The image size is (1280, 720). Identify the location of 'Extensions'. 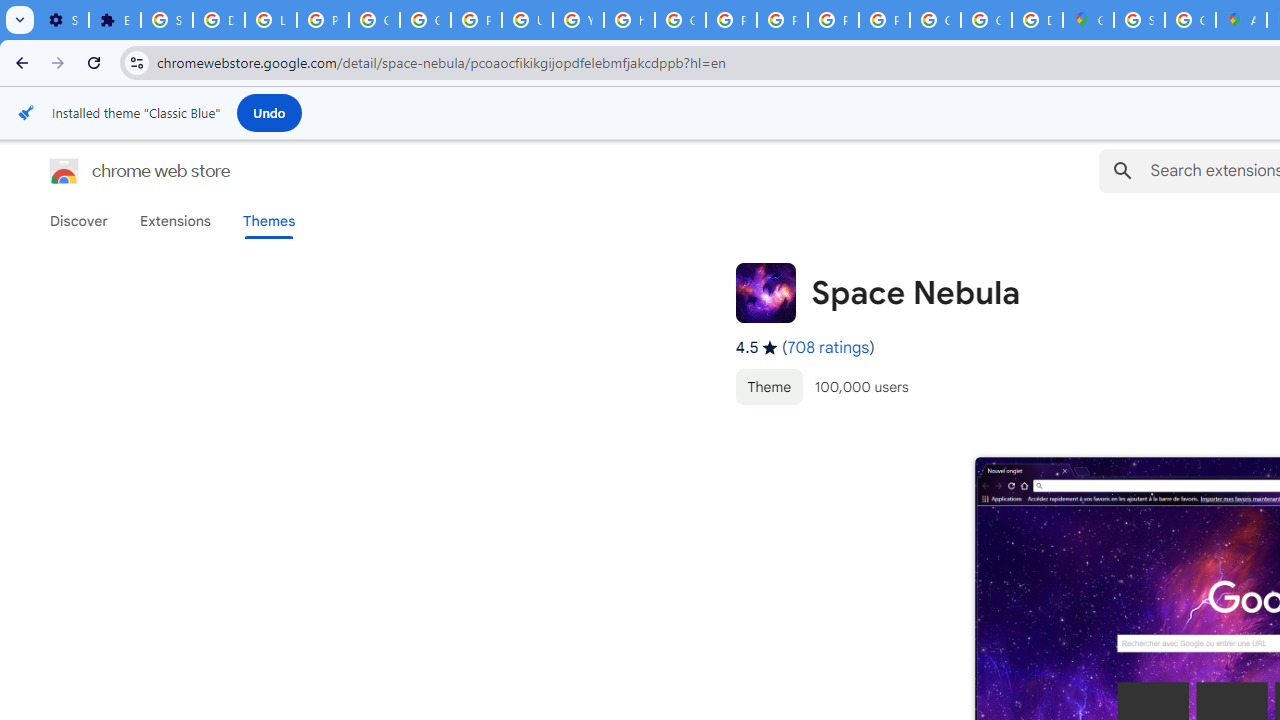
(174, 221).